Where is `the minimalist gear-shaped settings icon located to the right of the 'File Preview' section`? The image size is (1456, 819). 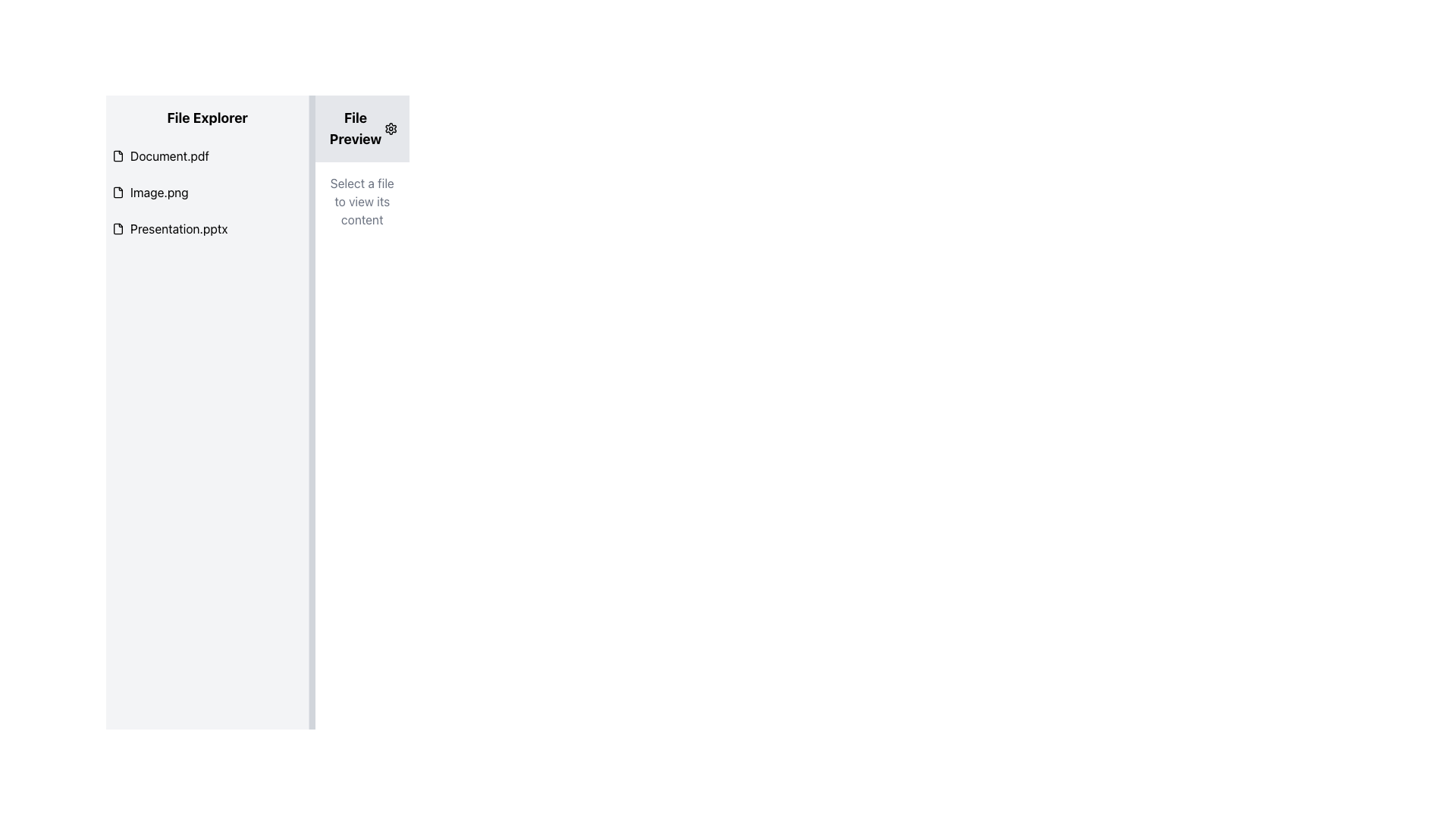 the minimalist gear-shaped settings icon located to the right of the 'File Preview' section is located at coordinates (391, 127).